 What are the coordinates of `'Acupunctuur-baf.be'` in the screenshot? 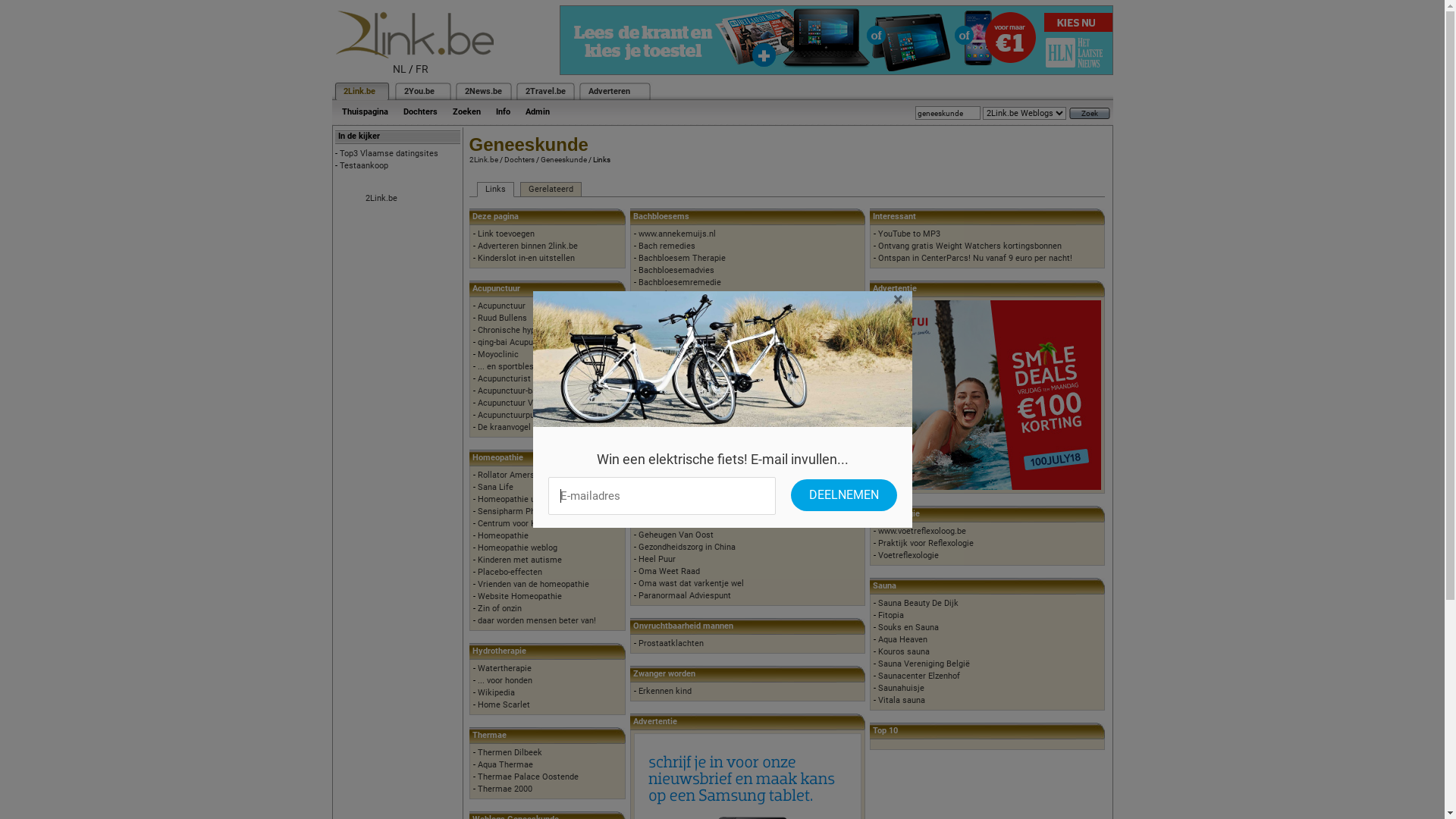 It's located at (514, 390).